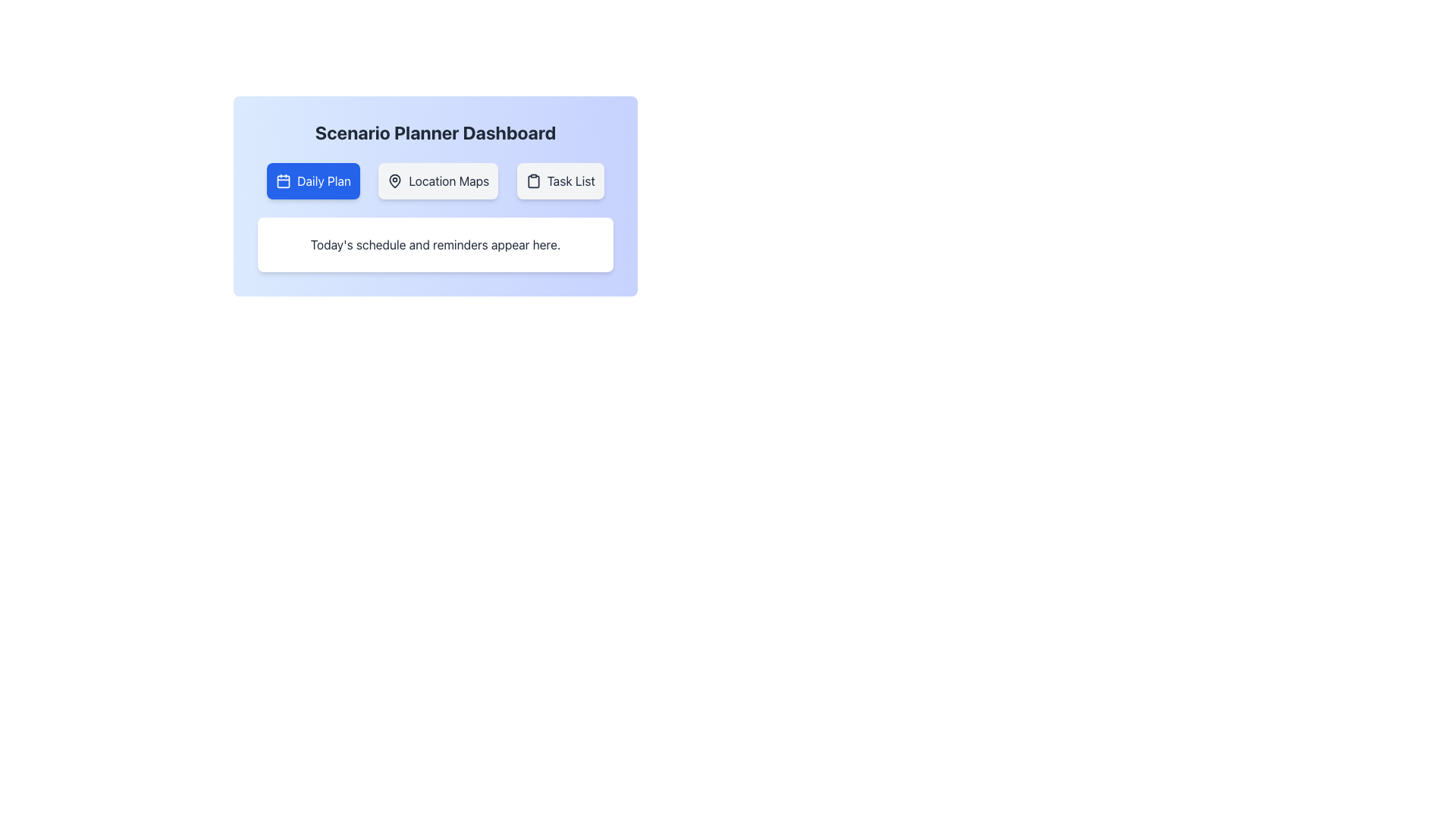  What do you see at coordinates (284, 180) in the screenshot?
I see `the decorative shape, which is a vibrant blue rounded rectangle within the calendar icon of the 'Daily Plan' button in the dashboard interface` at bounding box center [284, 180].